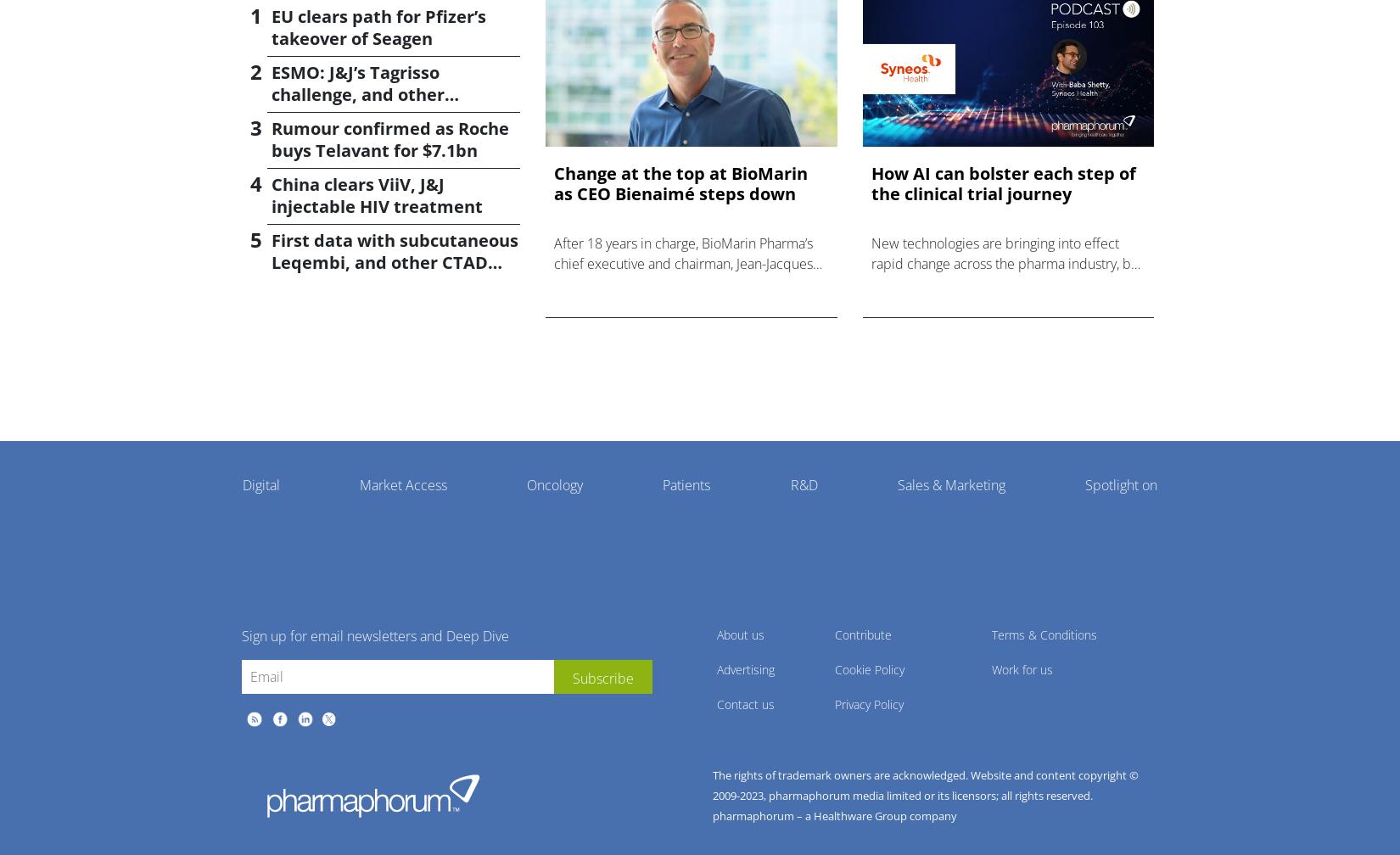 This screenshot has width=1400, height=855. Describe the element at coordinates (1022, 668) in the screenshot. I see `'Work for us'` at that location.